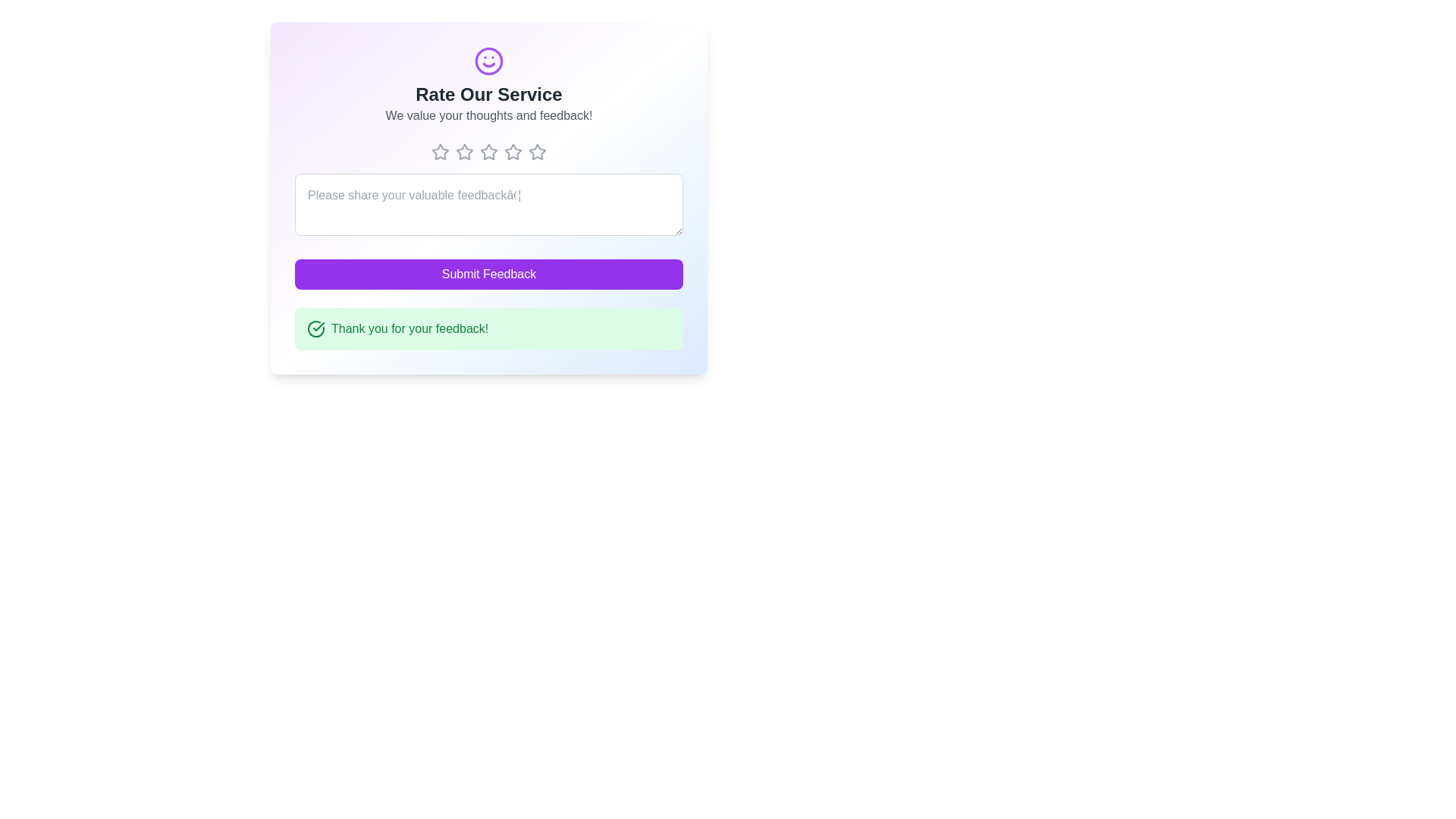  I want to click on the first star icon used for rating, located centrally below the text 'Rate Our Service', so click(439, 152).